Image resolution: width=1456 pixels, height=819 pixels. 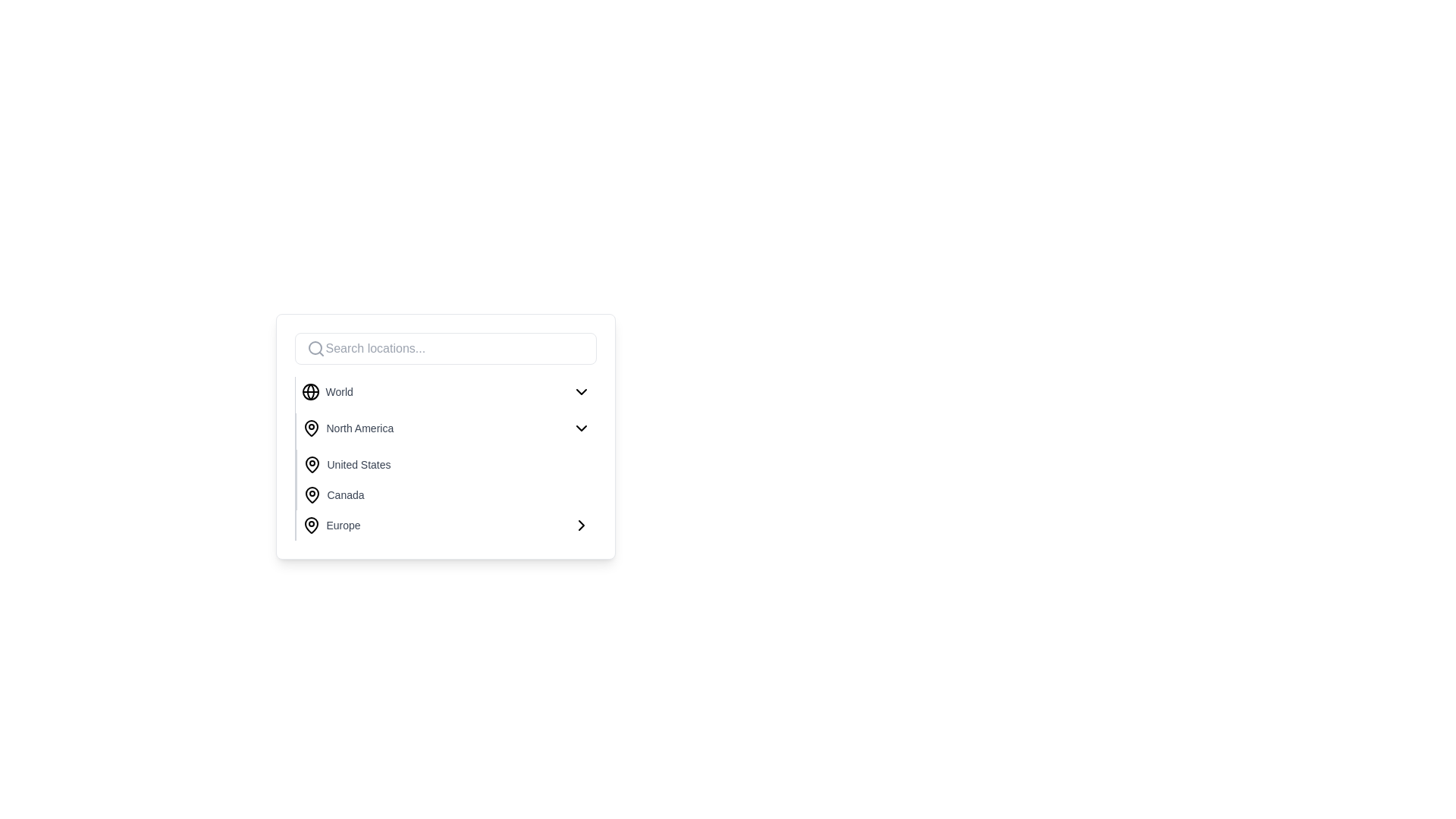 What do you see at coordinates (445, 525) in the screenshot?
I see `the dropdown menu item for 'Europe', which is the last option in a vertical list of region options, located just before the end of the dropdown` at bounding box center [445, 525].